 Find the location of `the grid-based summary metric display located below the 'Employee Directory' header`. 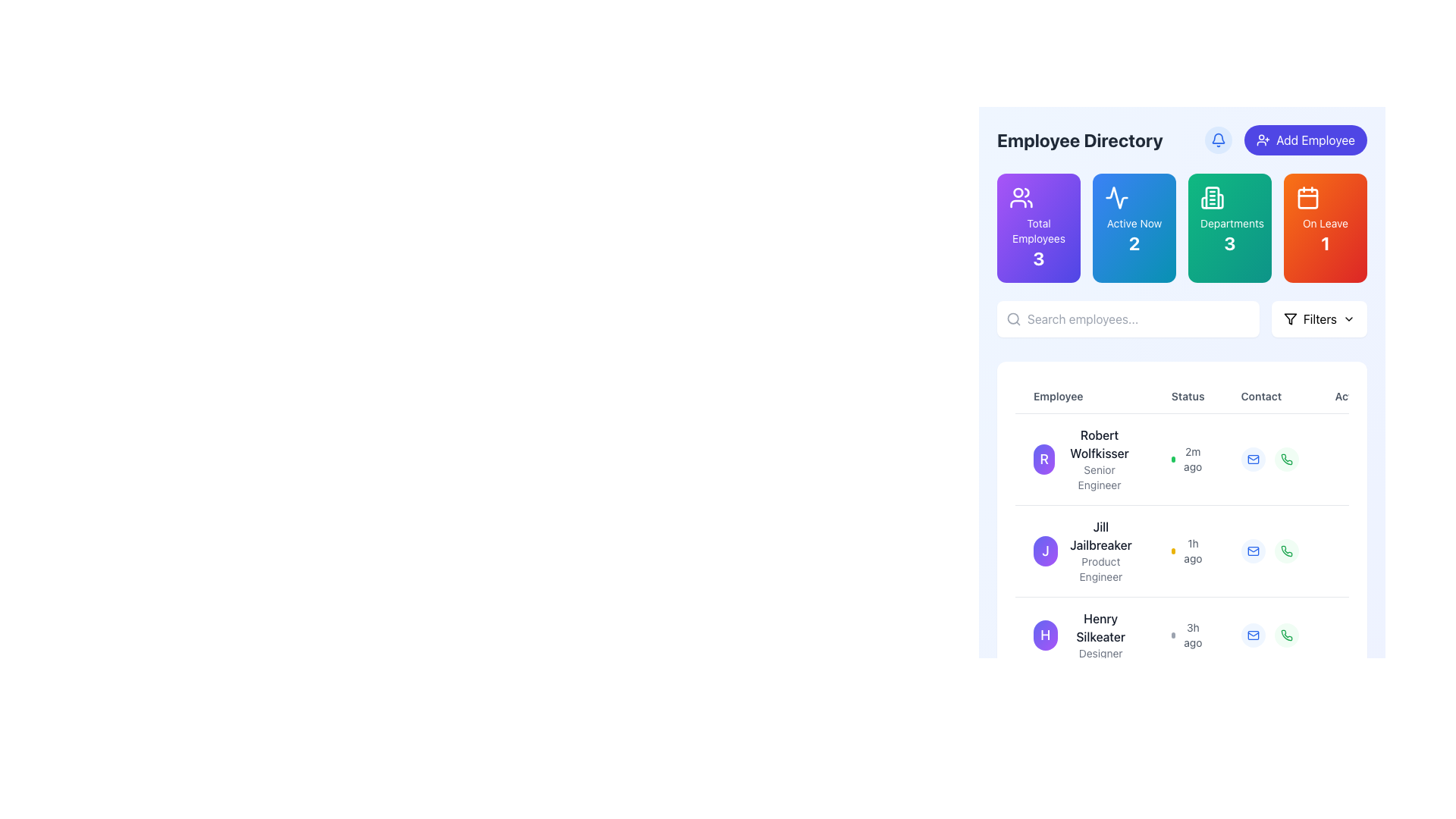

the grid-based summary metric display located below the 'Employee Directory' header is located at coordinates (1181, 227).